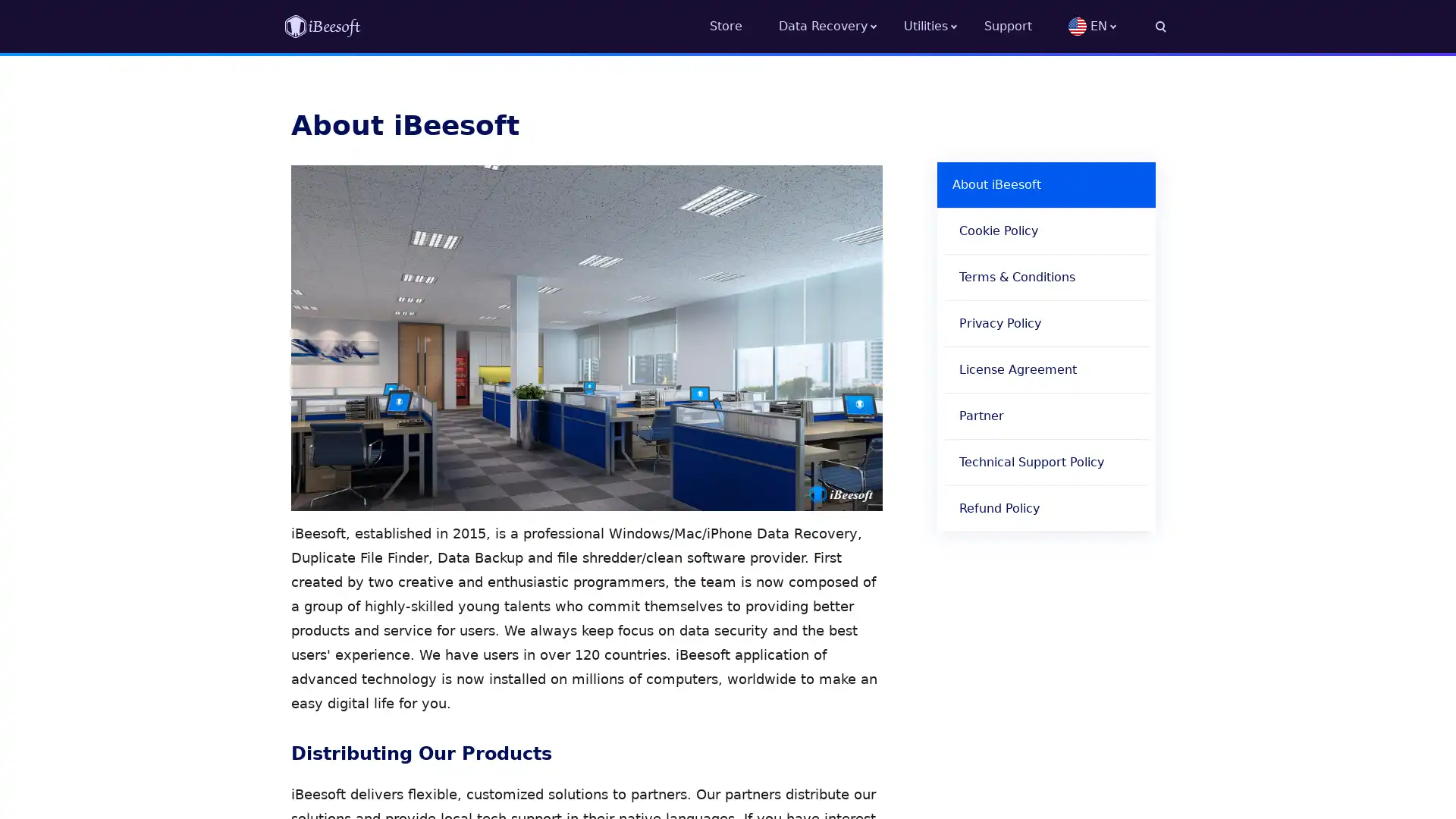 Image resolution: width=1456 pixels, height=819 pixels. I want to click on products, so click(943, 26).